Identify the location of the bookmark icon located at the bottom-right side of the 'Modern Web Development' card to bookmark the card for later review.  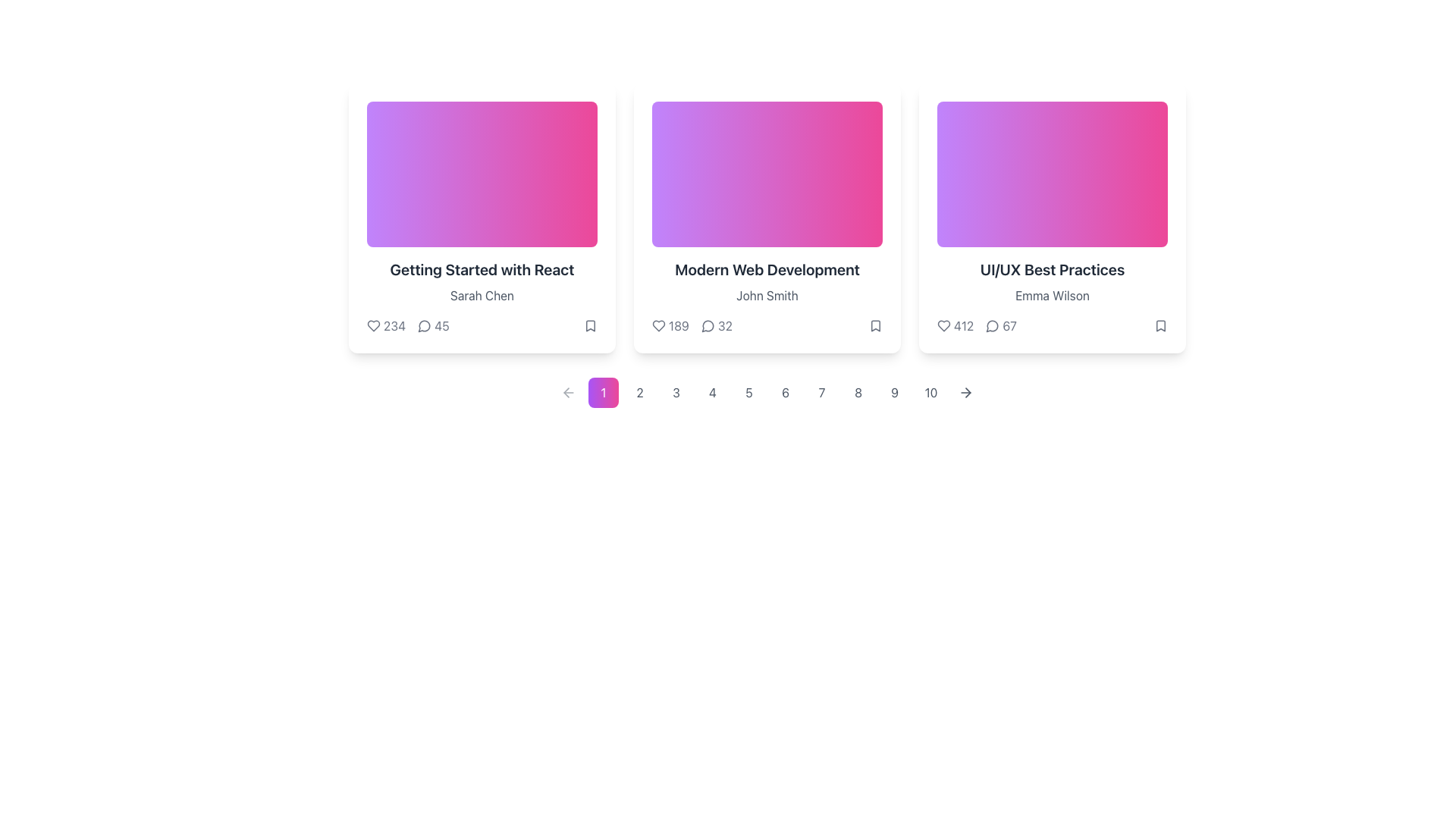
(876, 325).